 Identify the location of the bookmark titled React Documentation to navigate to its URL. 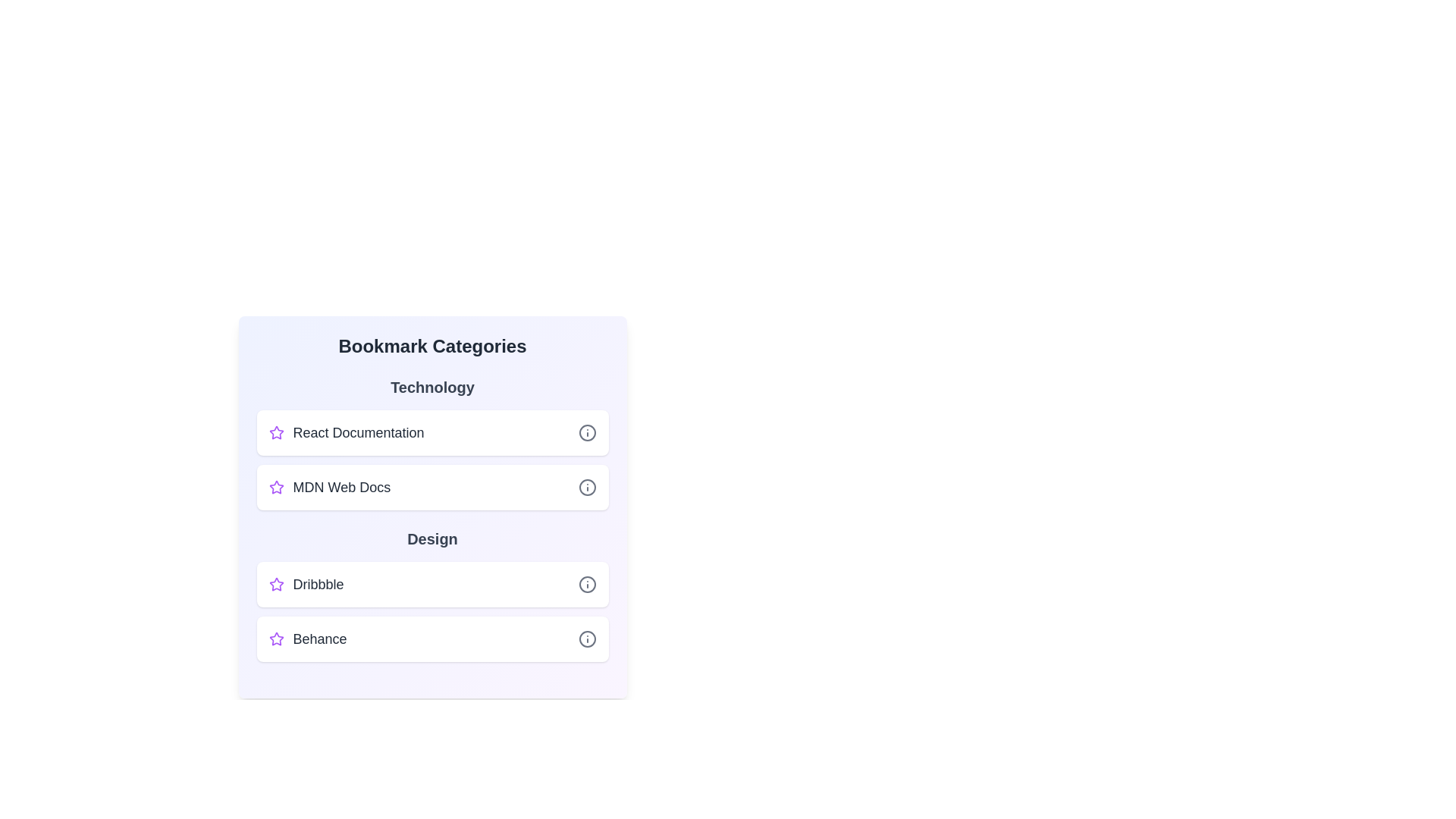
(358, 432).